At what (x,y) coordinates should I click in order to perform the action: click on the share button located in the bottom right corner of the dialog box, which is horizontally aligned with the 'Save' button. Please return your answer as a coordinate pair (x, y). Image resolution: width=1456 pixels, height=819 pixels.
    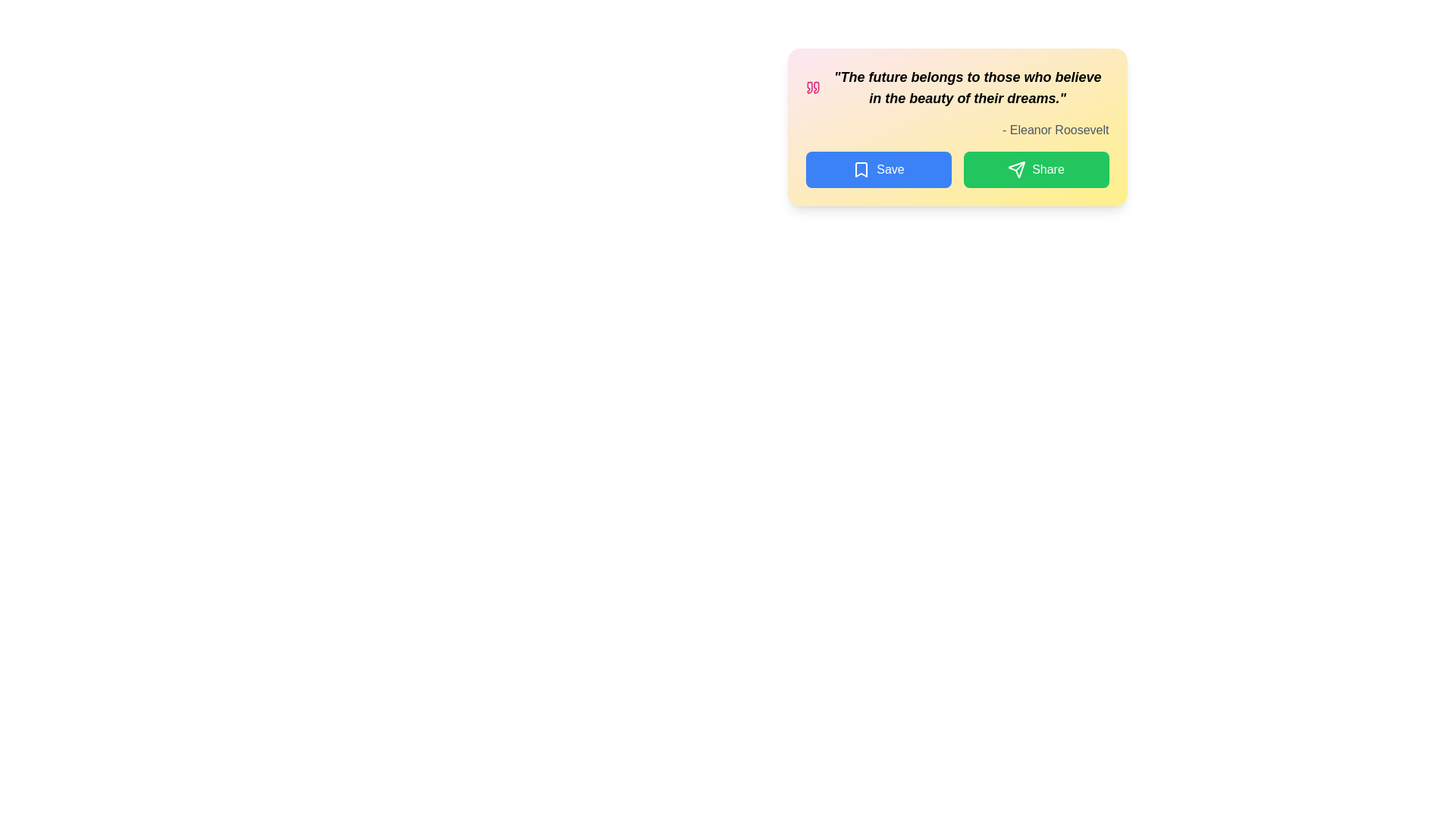
    Looking at the image, I should click on (1035, 169).